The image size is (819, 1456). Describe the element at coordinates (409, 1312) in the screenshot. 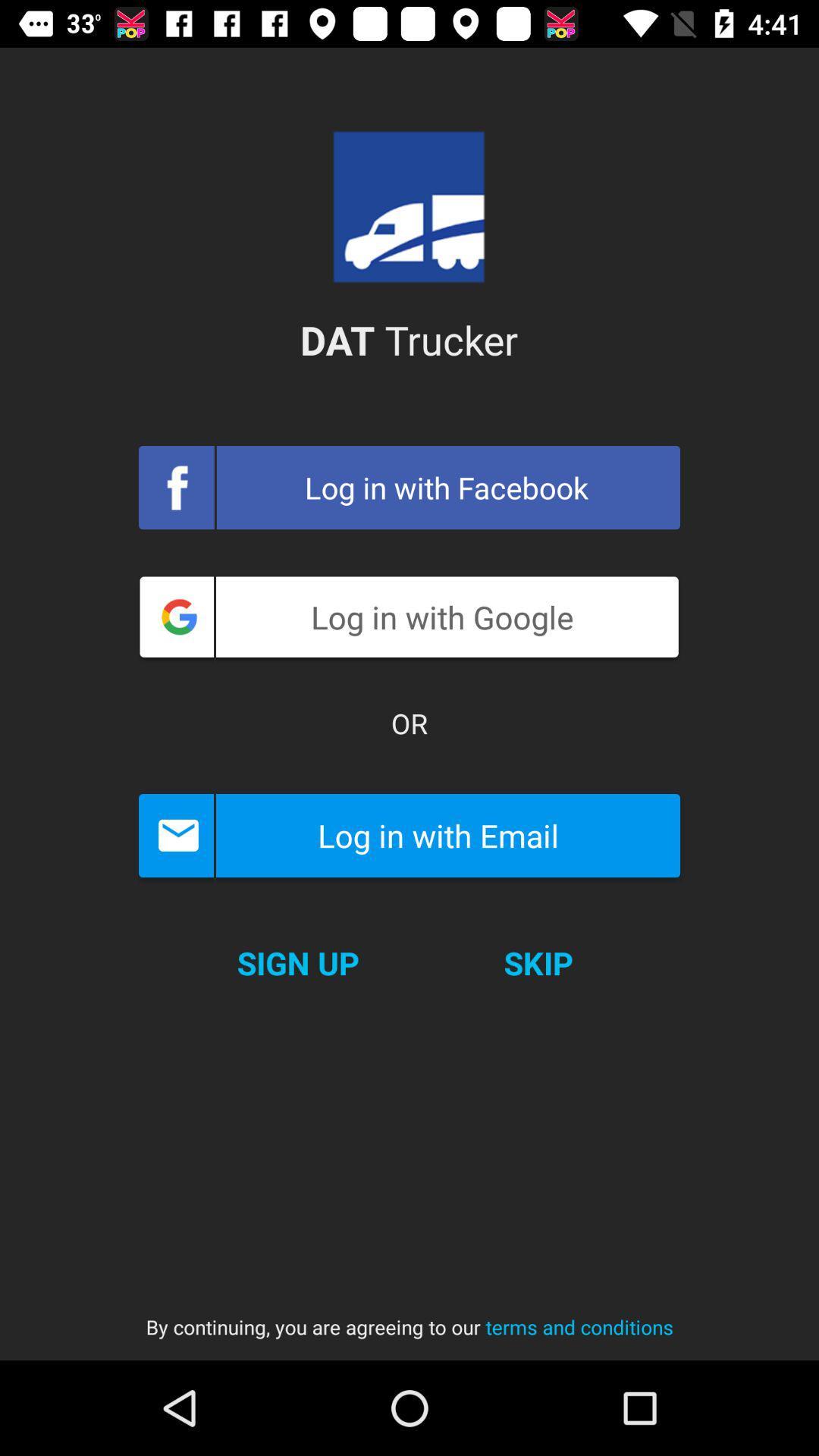

I see `the icon below sign up item` at that location.